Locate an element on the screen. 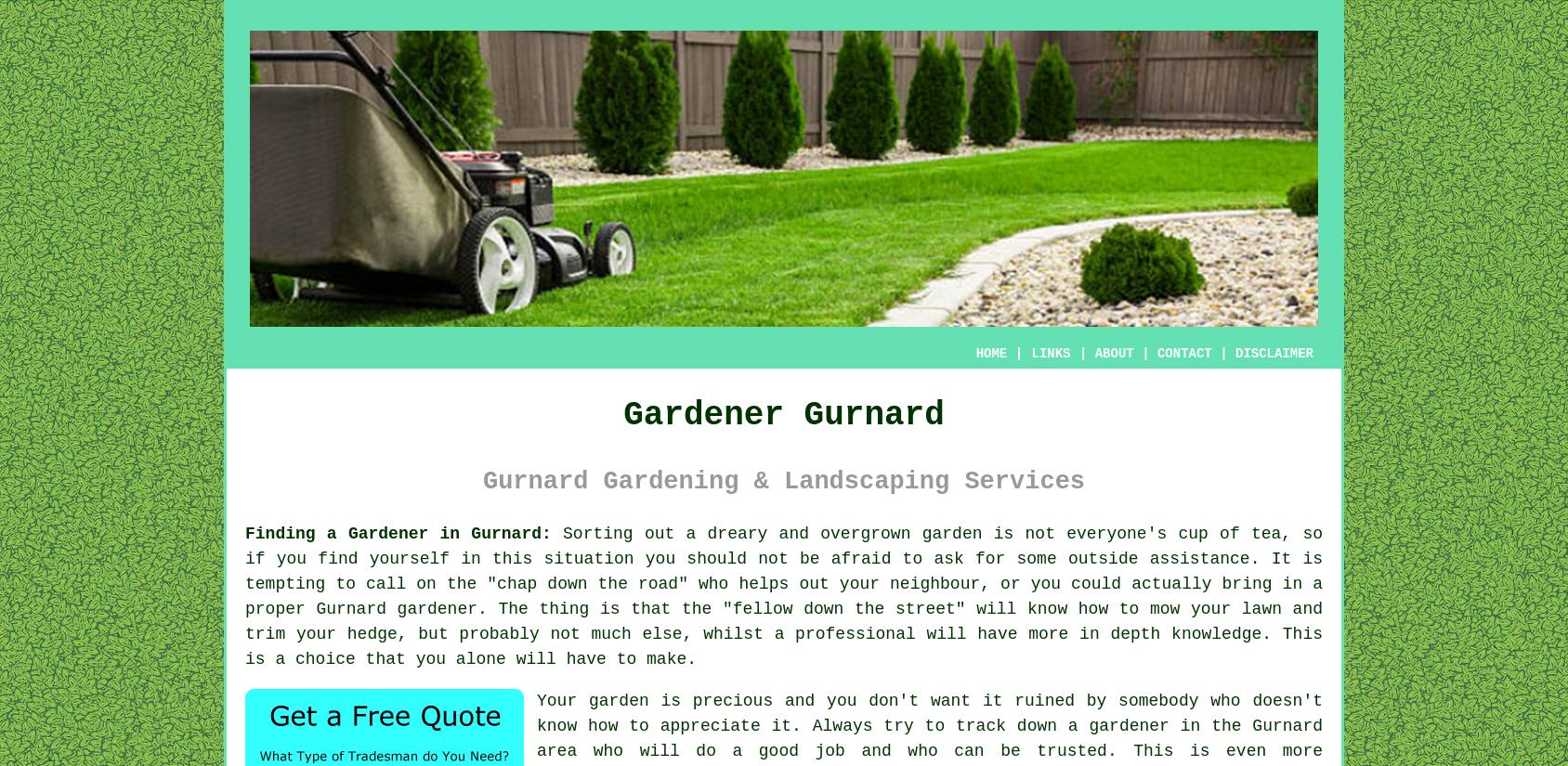  'LINKS' is located at coordinates (1049, 353).